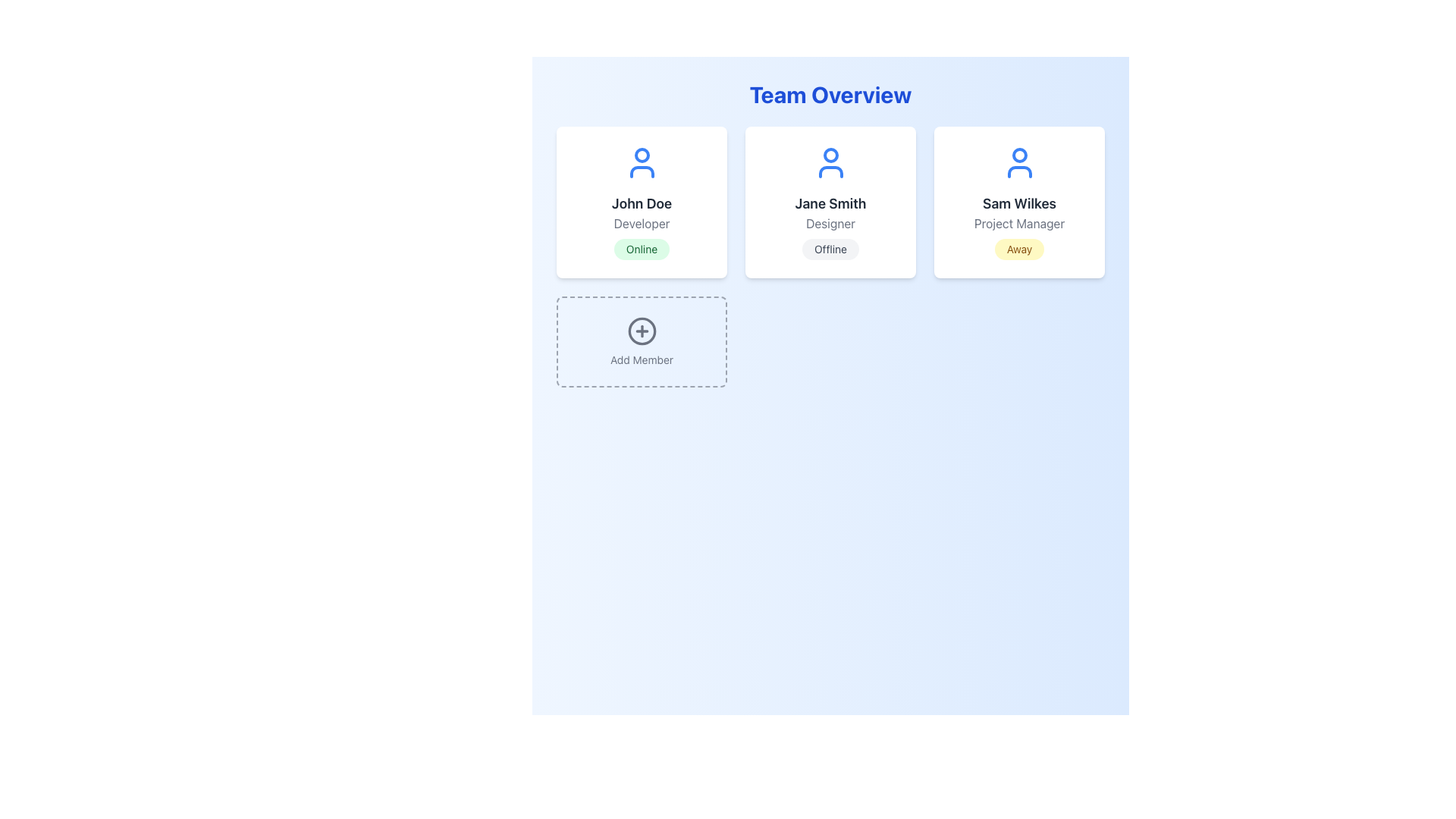 The width and height of the screenshot is (1456, 819). I want to click on the decorative graphical element at the upper section of the user profile icon for 'Sam Wilkes', which is the third card in the horizontal row of user information cards, so click(1019, 155).